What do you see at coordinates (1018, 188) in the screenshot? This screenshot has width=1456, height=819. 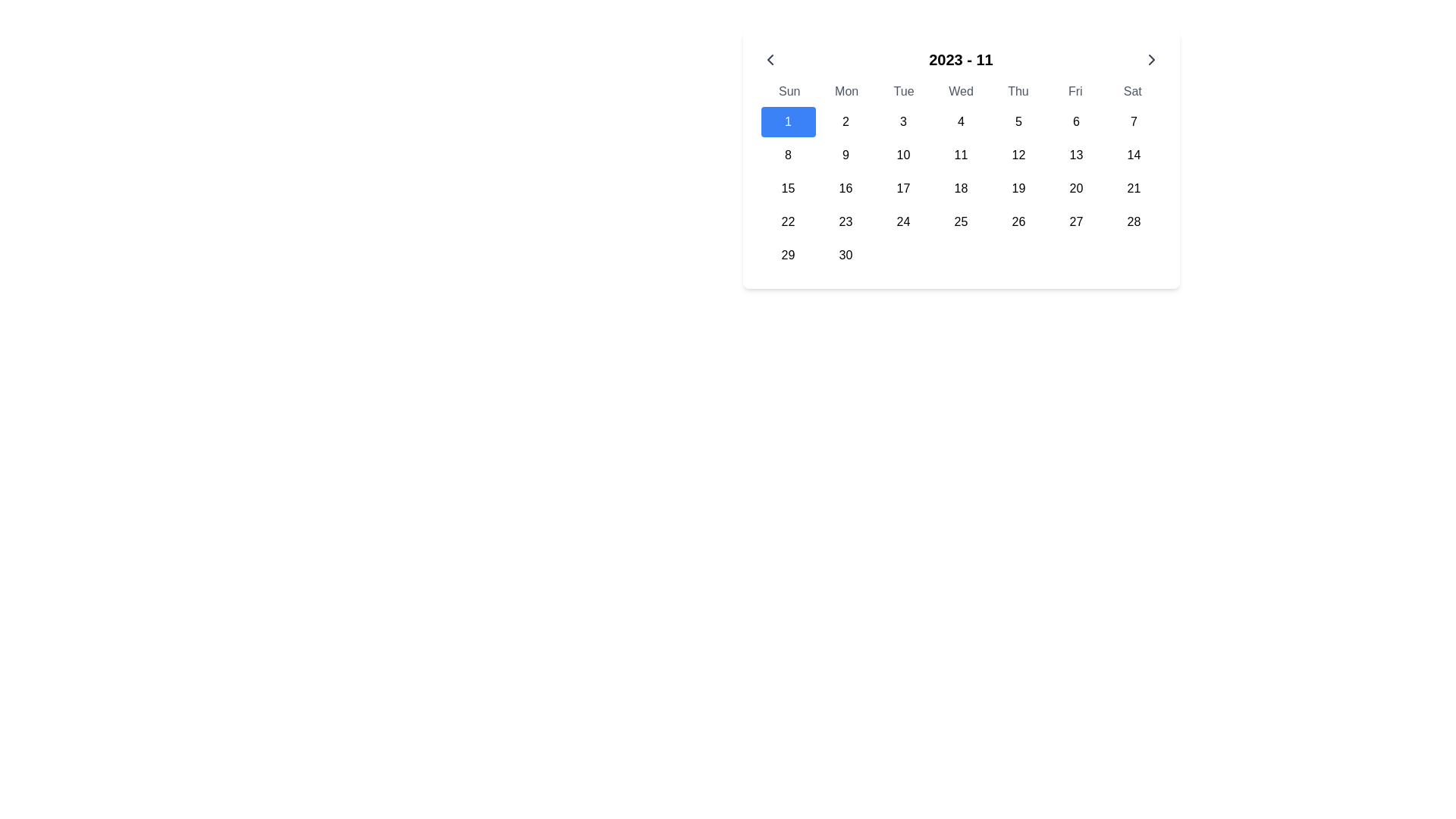 I see `the clickable calendar day cell representing the 19th day` at bounding box center [1018, 188].